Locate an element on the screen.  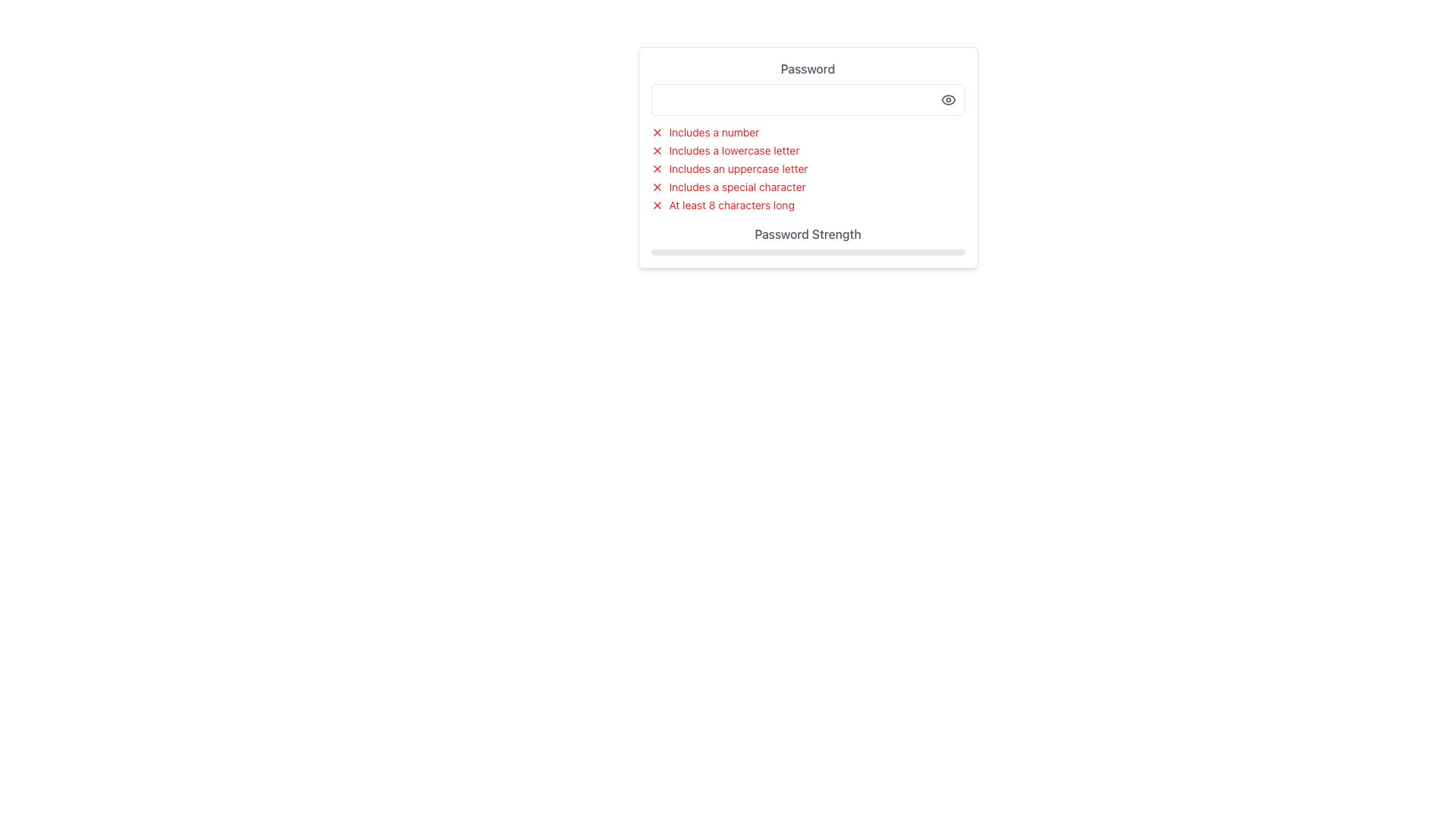
the button on the far-right side of the 'Password' input field is located at coordinates (947, 99).